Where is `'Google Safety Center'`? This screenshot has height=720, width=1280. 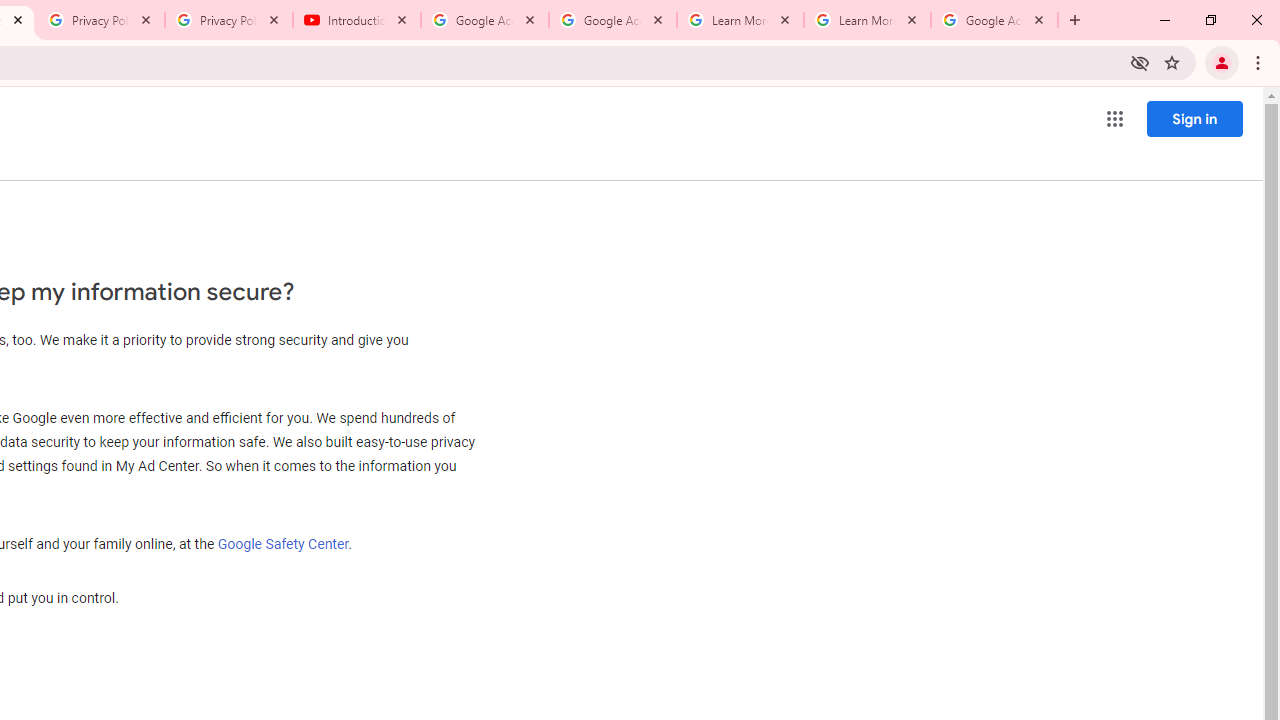 'Google Safety Center' is located at coordinates (282, 543).